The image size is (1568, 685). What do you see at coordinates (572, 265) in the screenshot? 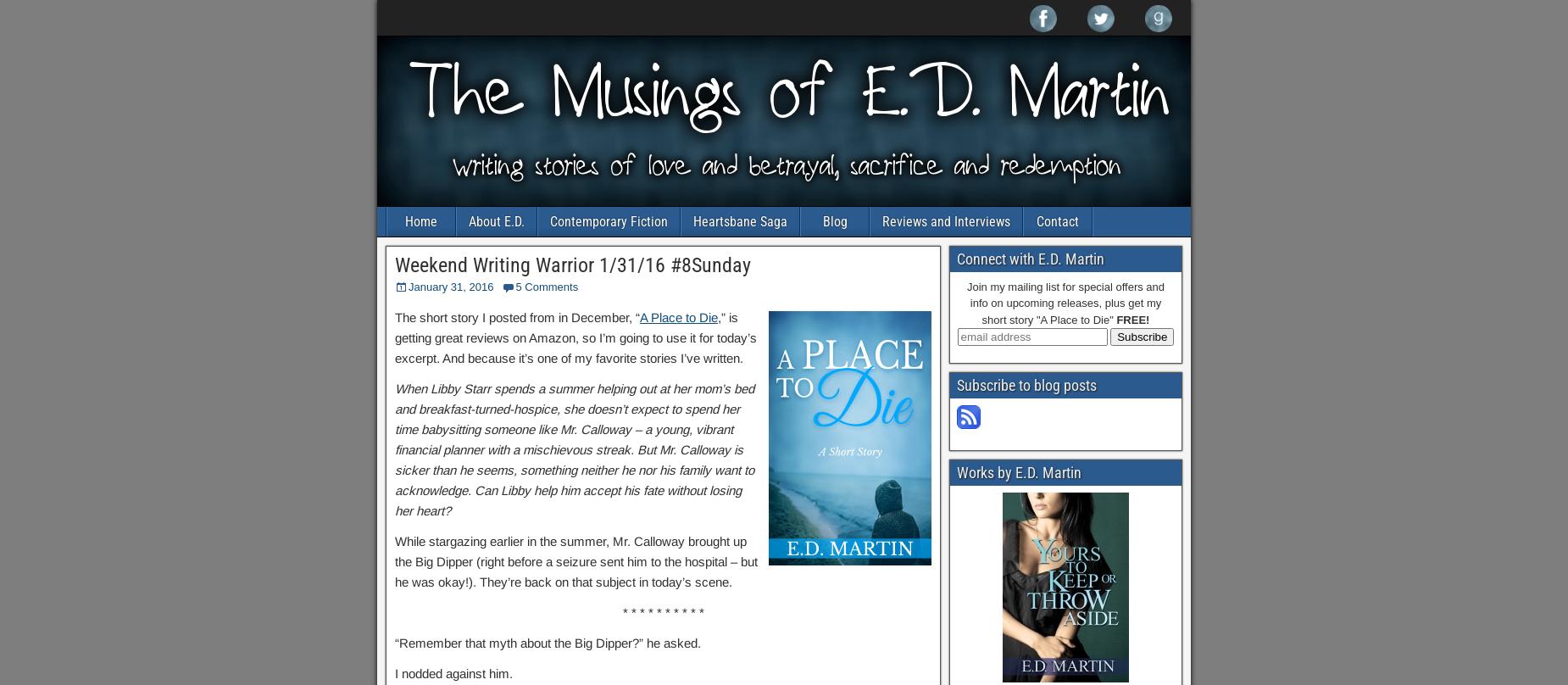
I see `'Weekend Writing Warrior 1/31/16 #8Sunday'` at bounding box center [572, 265].